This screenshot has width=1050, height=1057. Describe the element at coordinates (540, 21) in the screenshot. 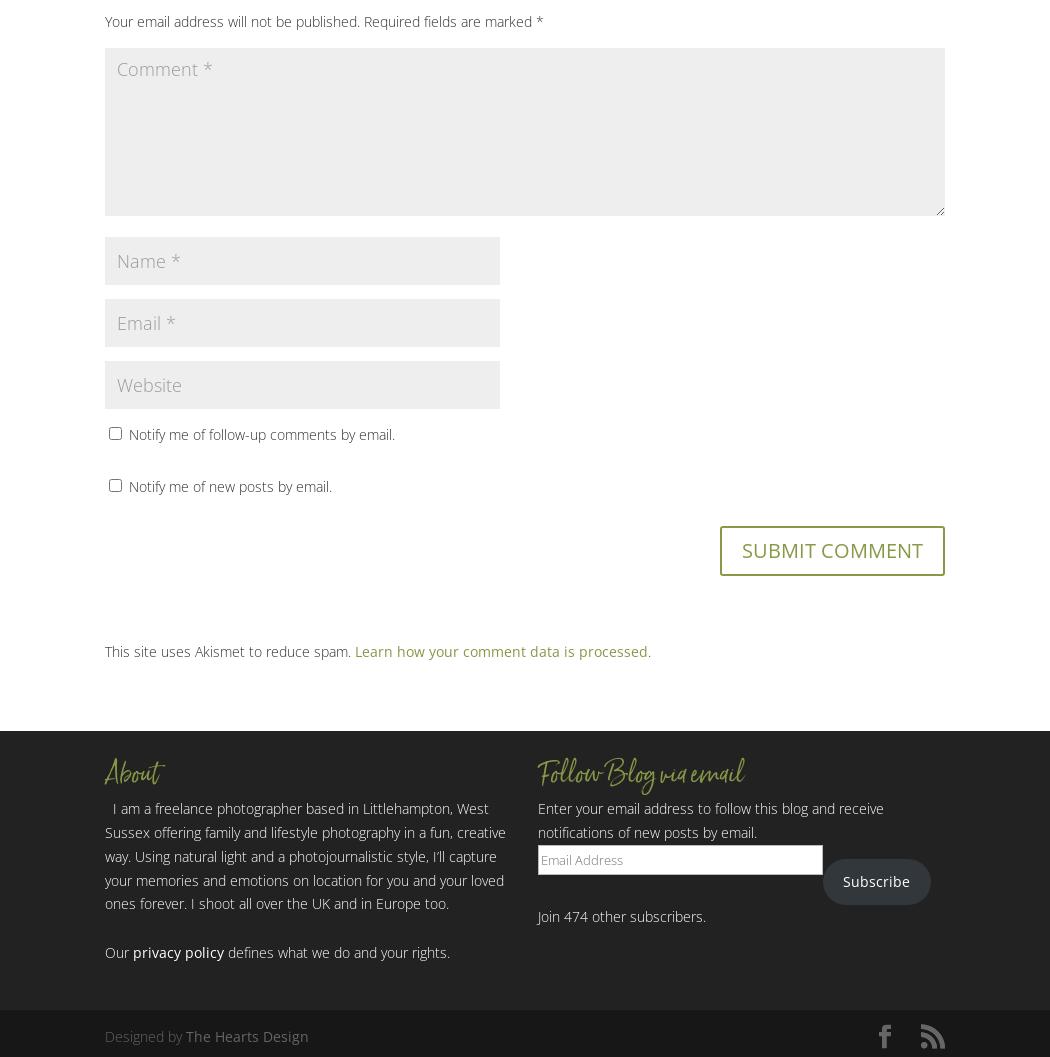

I see `'*'` at that location.